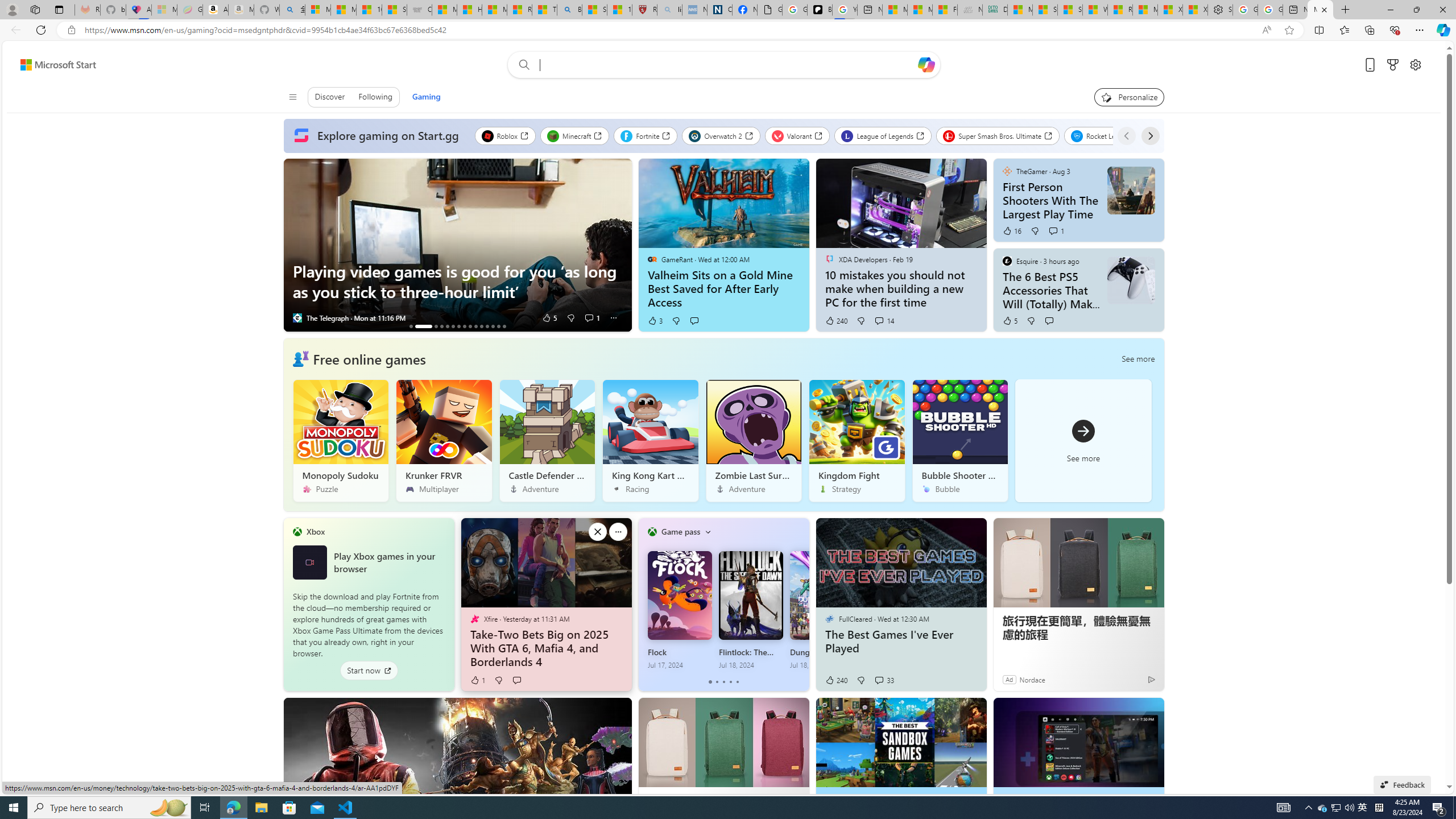 The height and width of the screenshot is (819, 1456). What do you see at coordinates (1106, 135) in the screenshot?
I see `'Rocket League'` at bounding box center [1106, 135].